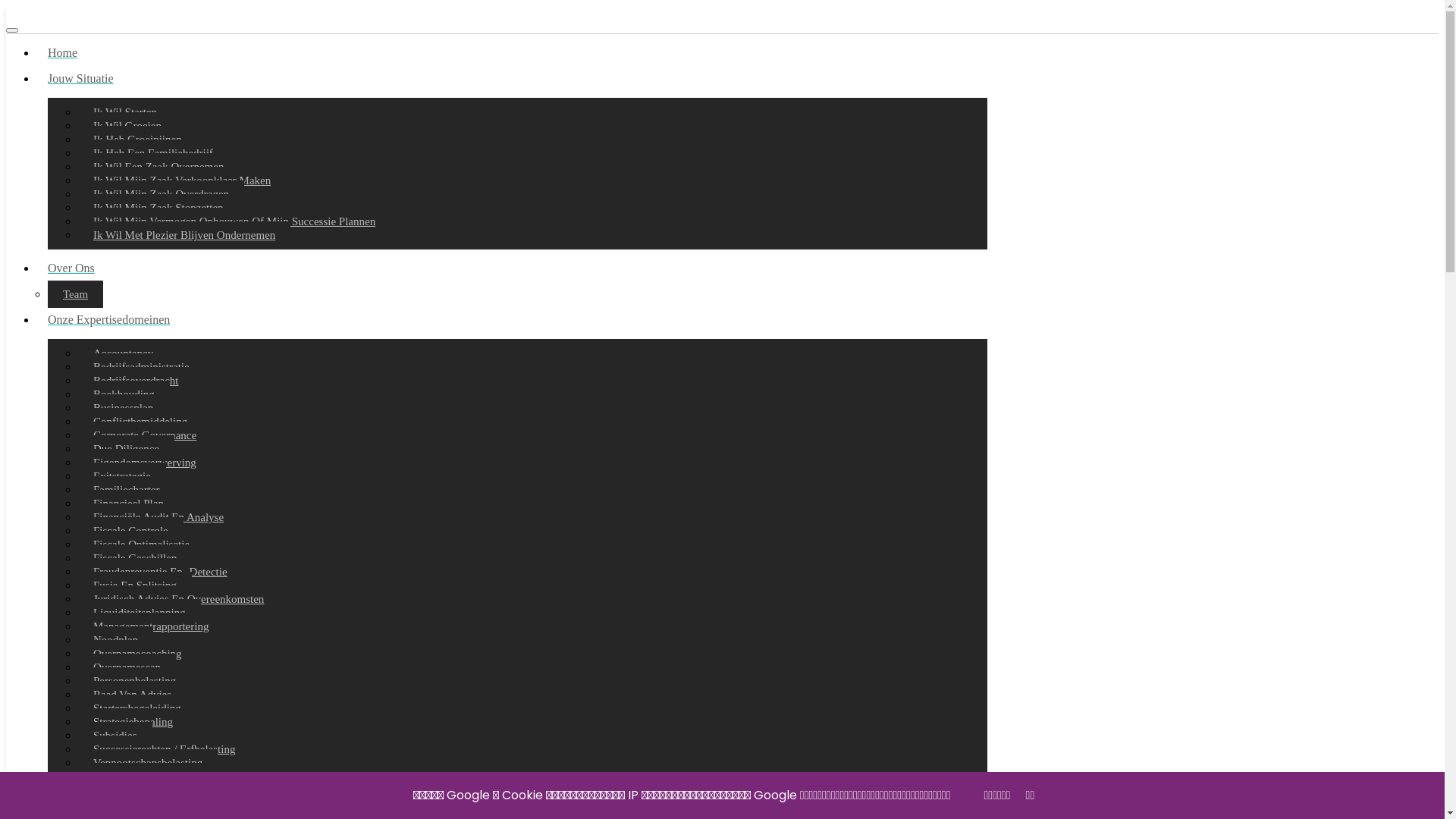 Image resolution: width=1456 pixels, height=819 pixels. I want to click on 'Overnamecoaching', so click(137, 652).